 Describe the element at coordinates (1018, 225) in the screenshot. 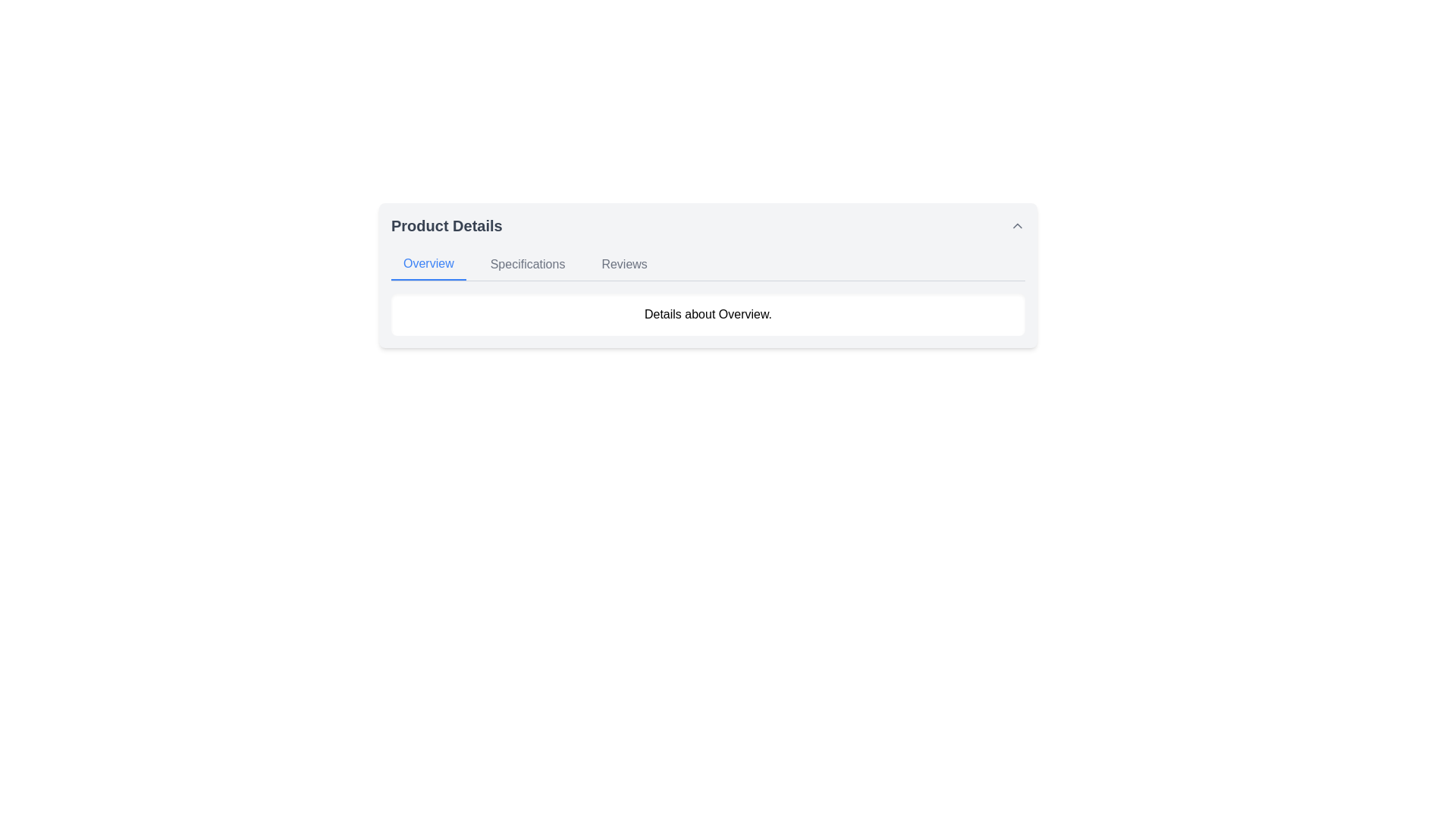

I see `the interactive icon button located at the far right of the 'Product Details' header for visual feedback` at that location.